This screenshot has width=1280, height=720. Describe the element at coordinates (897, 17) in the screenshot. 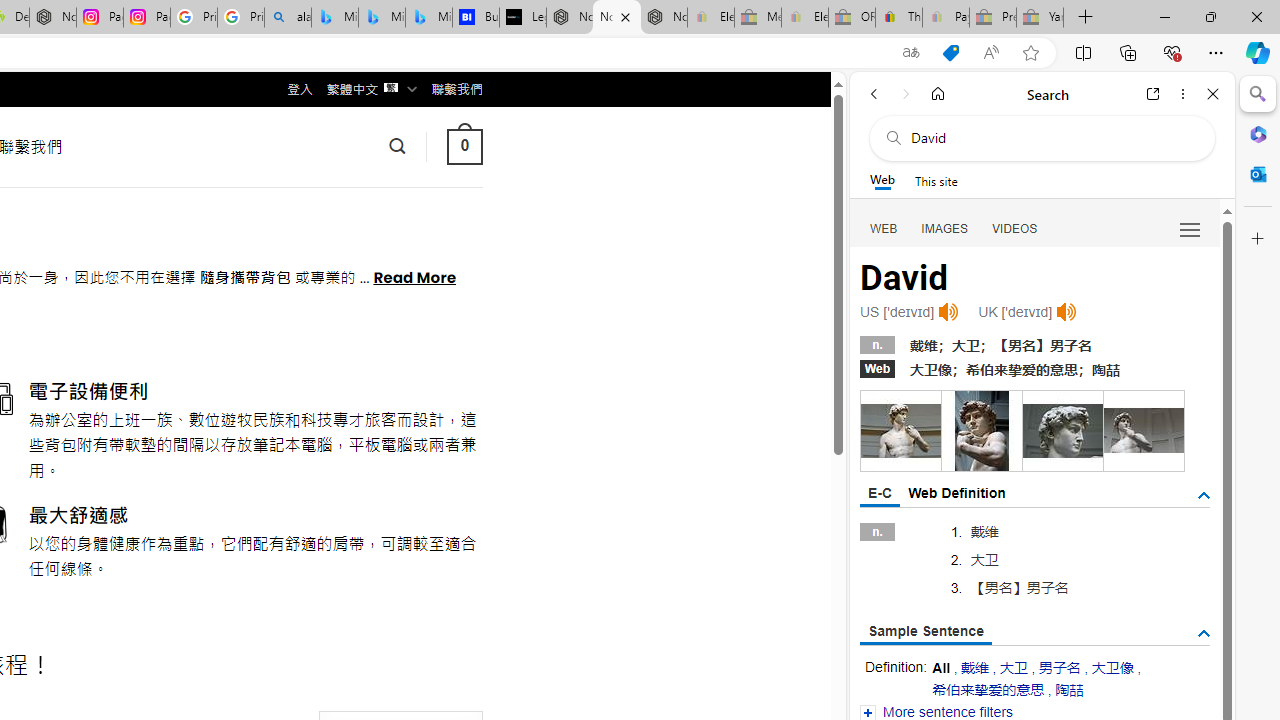

I see `'Threats and offensive language policy | eBay'` at that location.